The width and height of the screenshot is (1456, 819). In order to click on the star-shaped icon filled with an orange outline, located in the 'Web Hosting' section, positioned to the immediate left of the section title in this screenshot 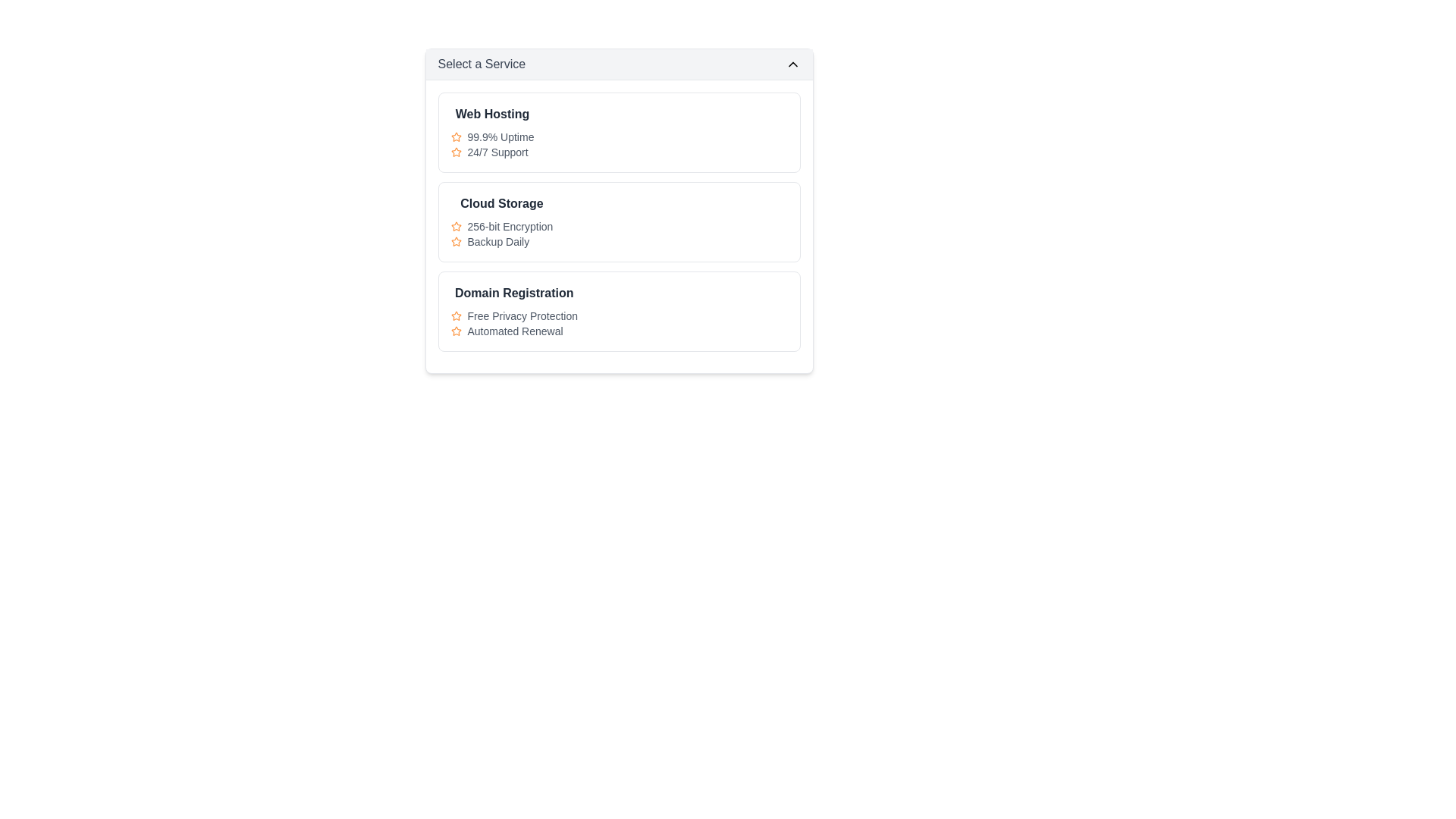, I will do `click(455, 330)`.